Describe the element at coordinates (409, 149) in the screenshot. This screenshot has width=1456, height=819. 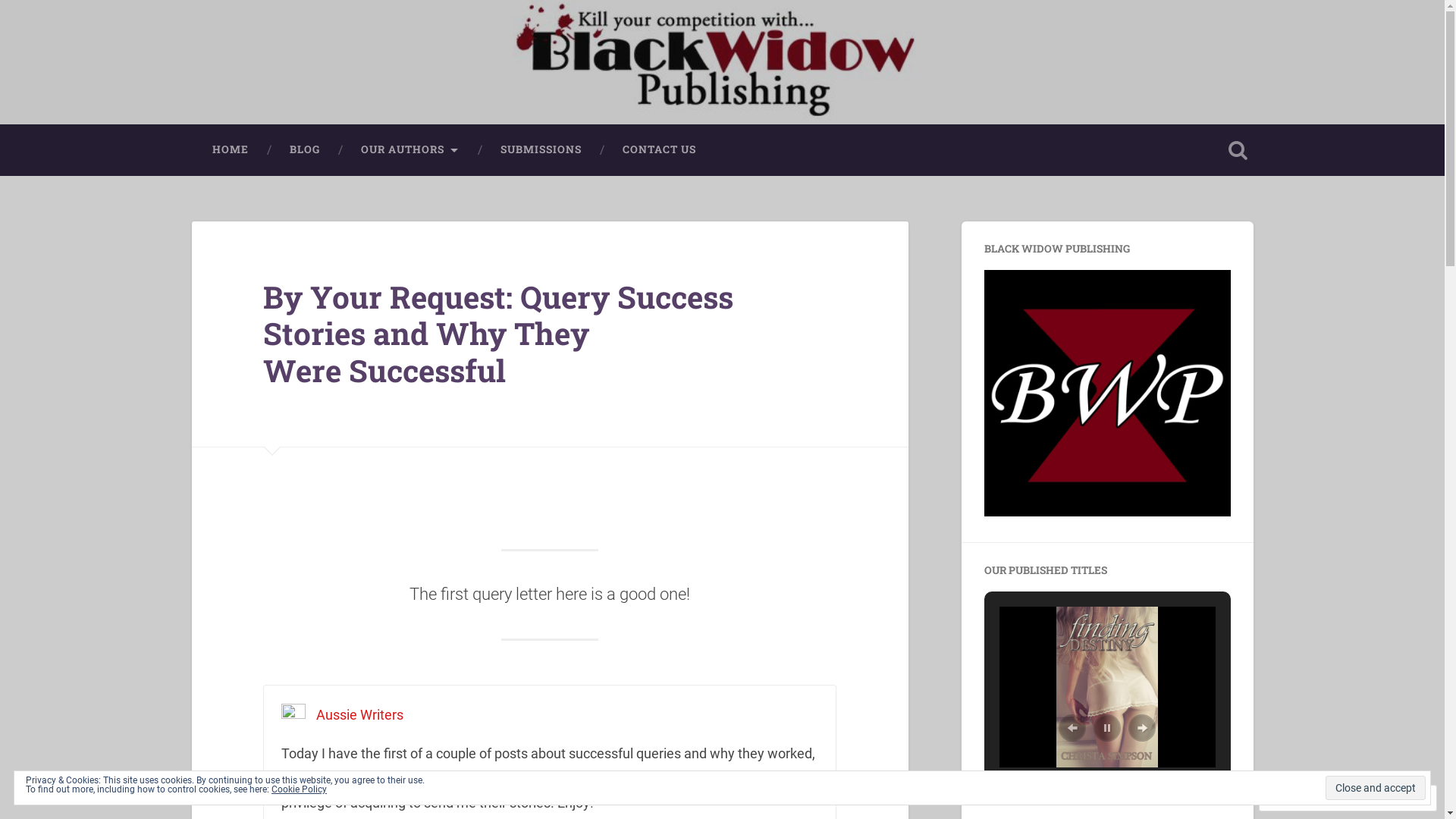
I see `'OUR AUTHORS'` at that location.